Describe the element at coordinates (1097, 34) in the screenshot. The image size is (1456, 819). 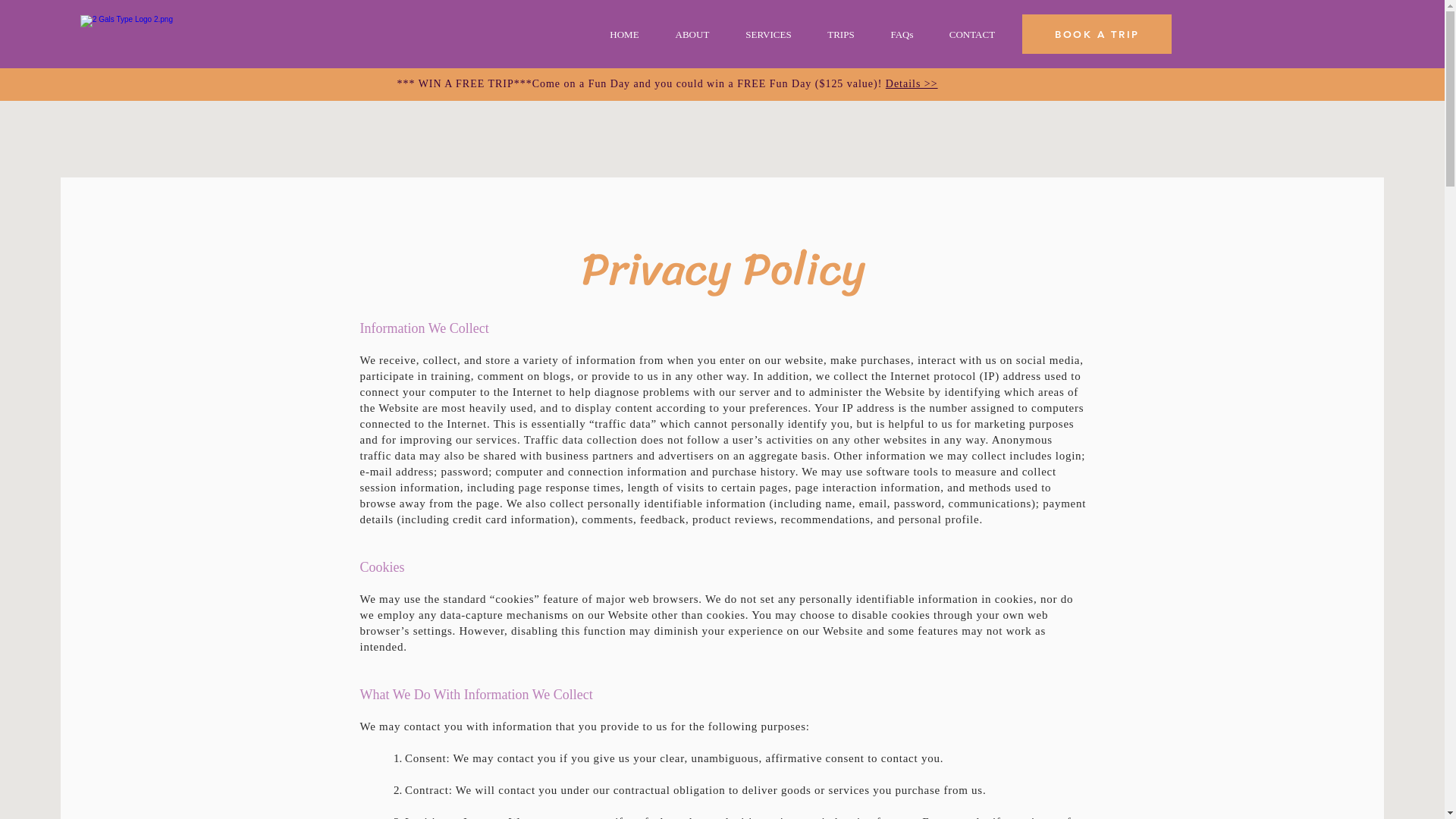
I see `'BOOK A TRIP'` at that location.